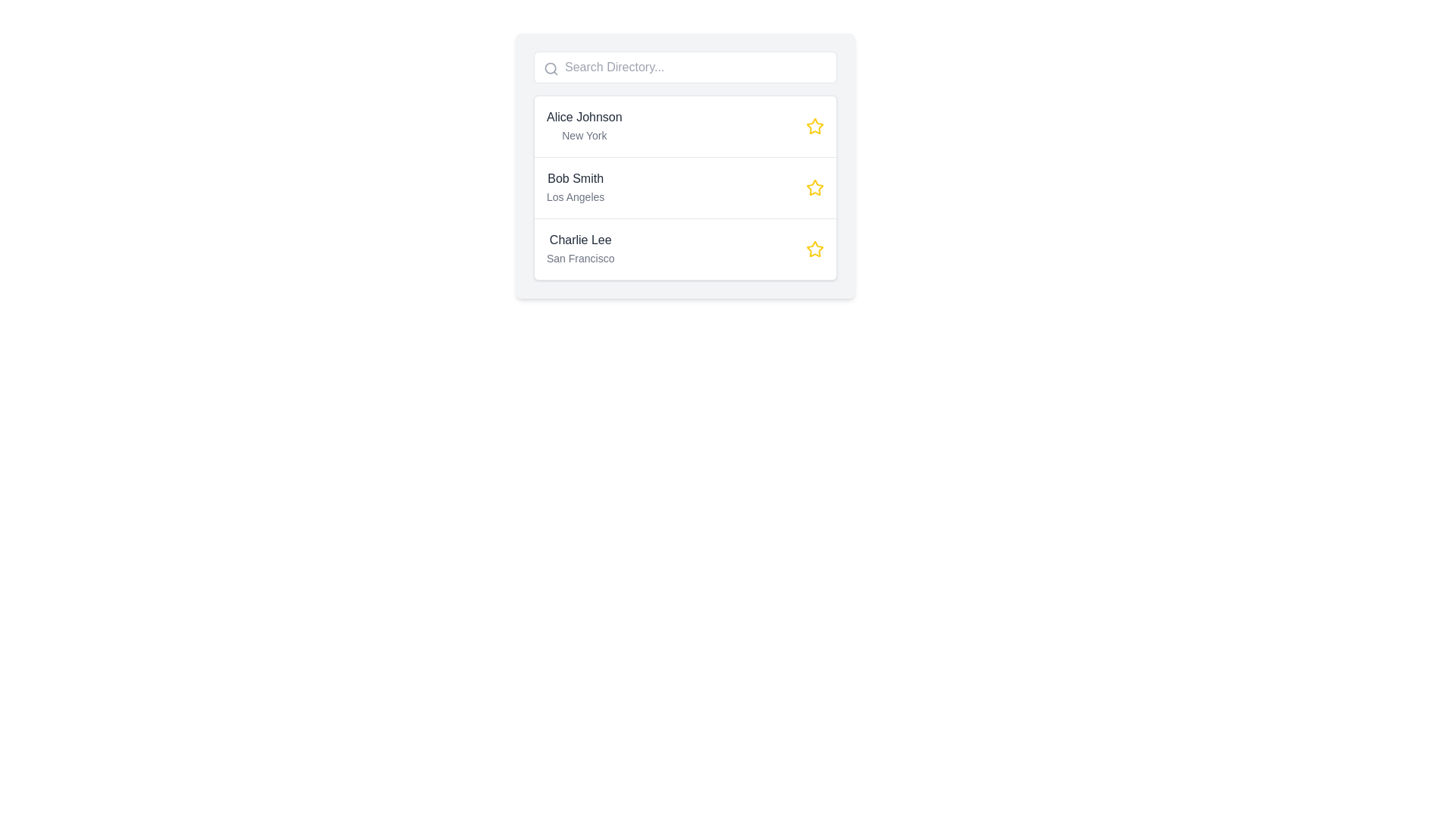  What do you see at coordinates (583, 134) in the screenshot?
I see `the text label displaying 'New York', which is styled in light gray and located below 'Alice Johnson' in the directory entry` at bounding box center [583, 134].